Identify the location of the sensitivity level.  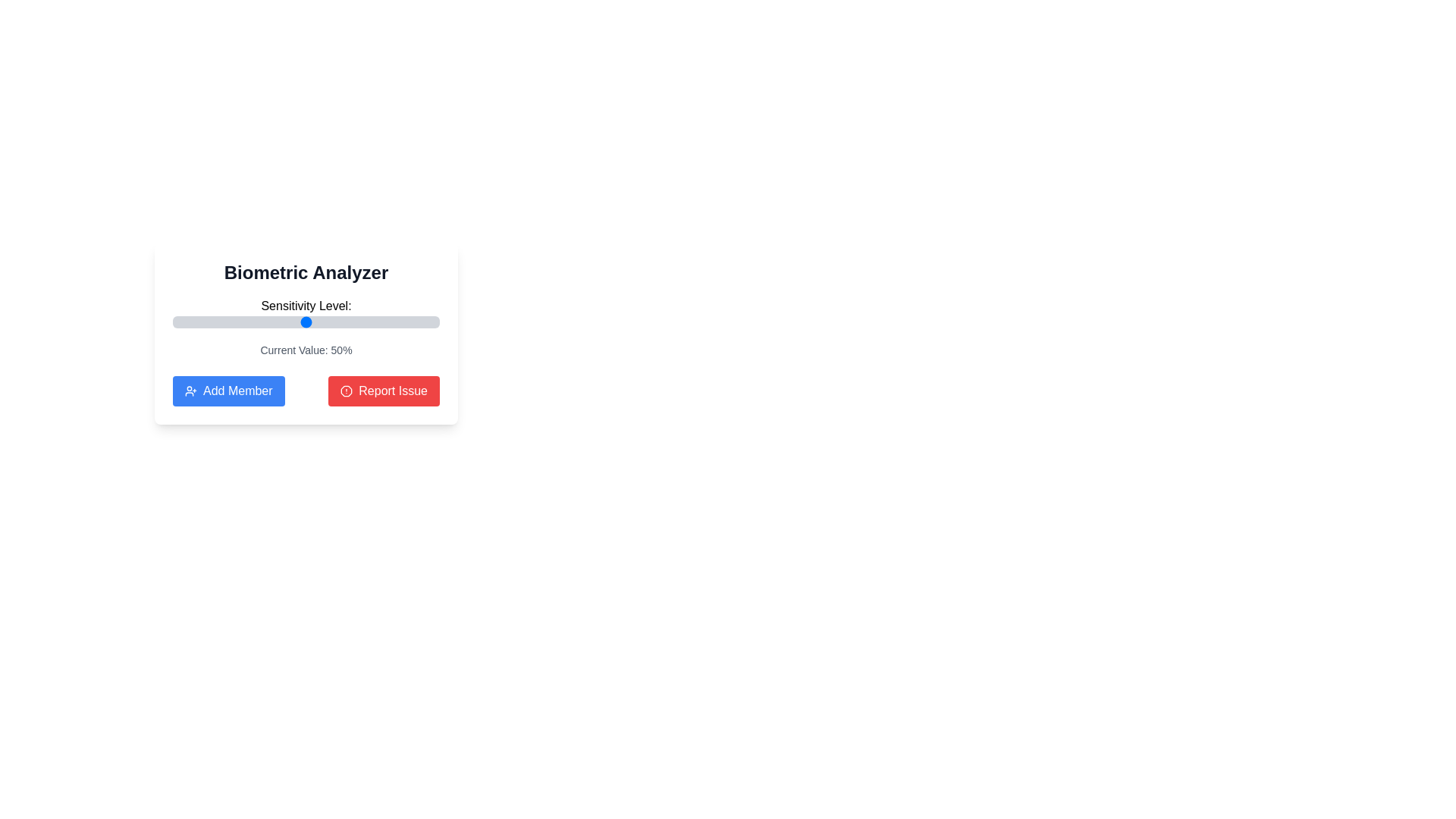
(400, 321).